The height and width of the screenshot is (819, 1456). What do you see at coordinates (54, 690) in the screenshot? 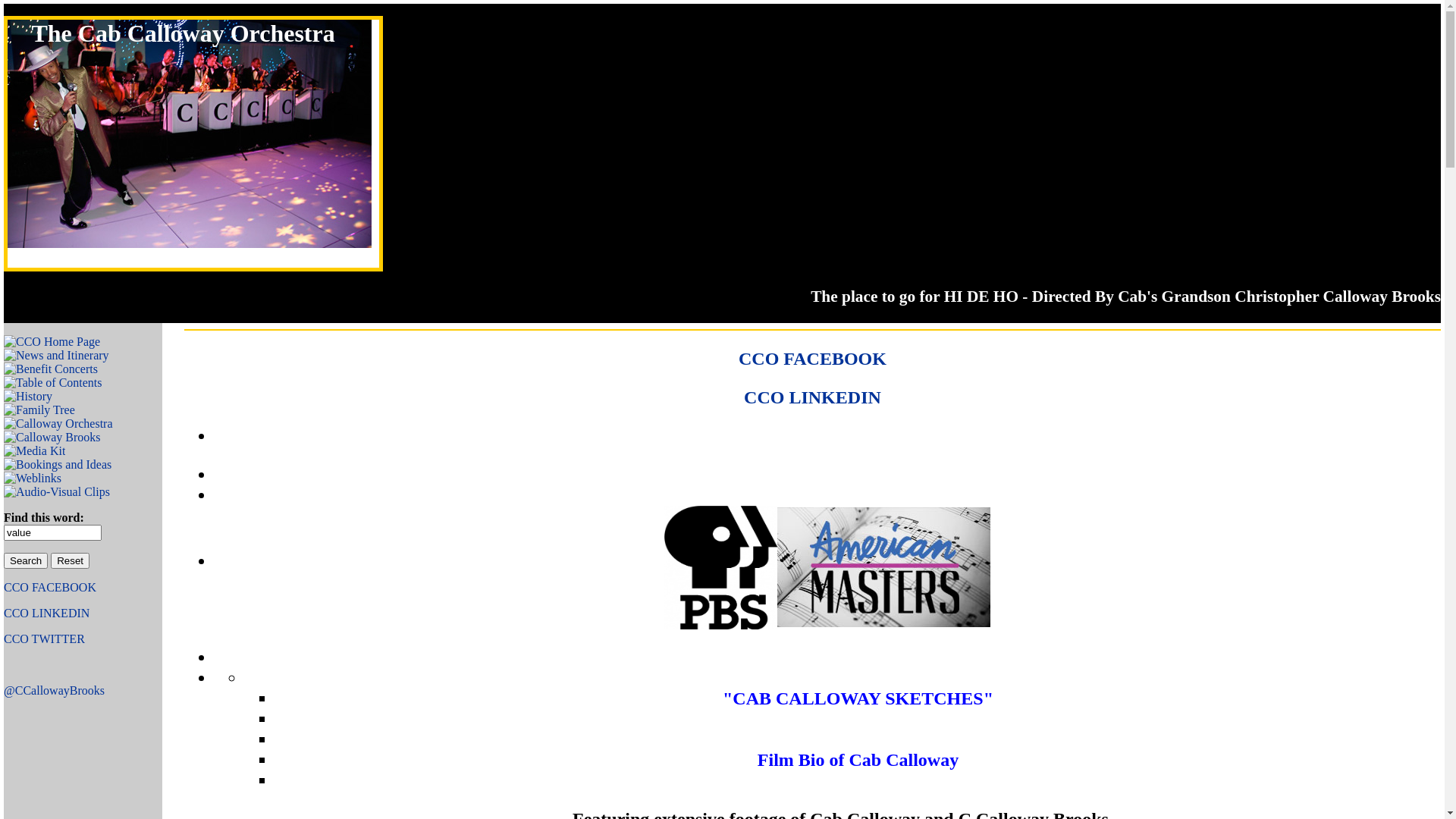
I see `'@CCallowayBrooks'` at bounding box center [54, 690].